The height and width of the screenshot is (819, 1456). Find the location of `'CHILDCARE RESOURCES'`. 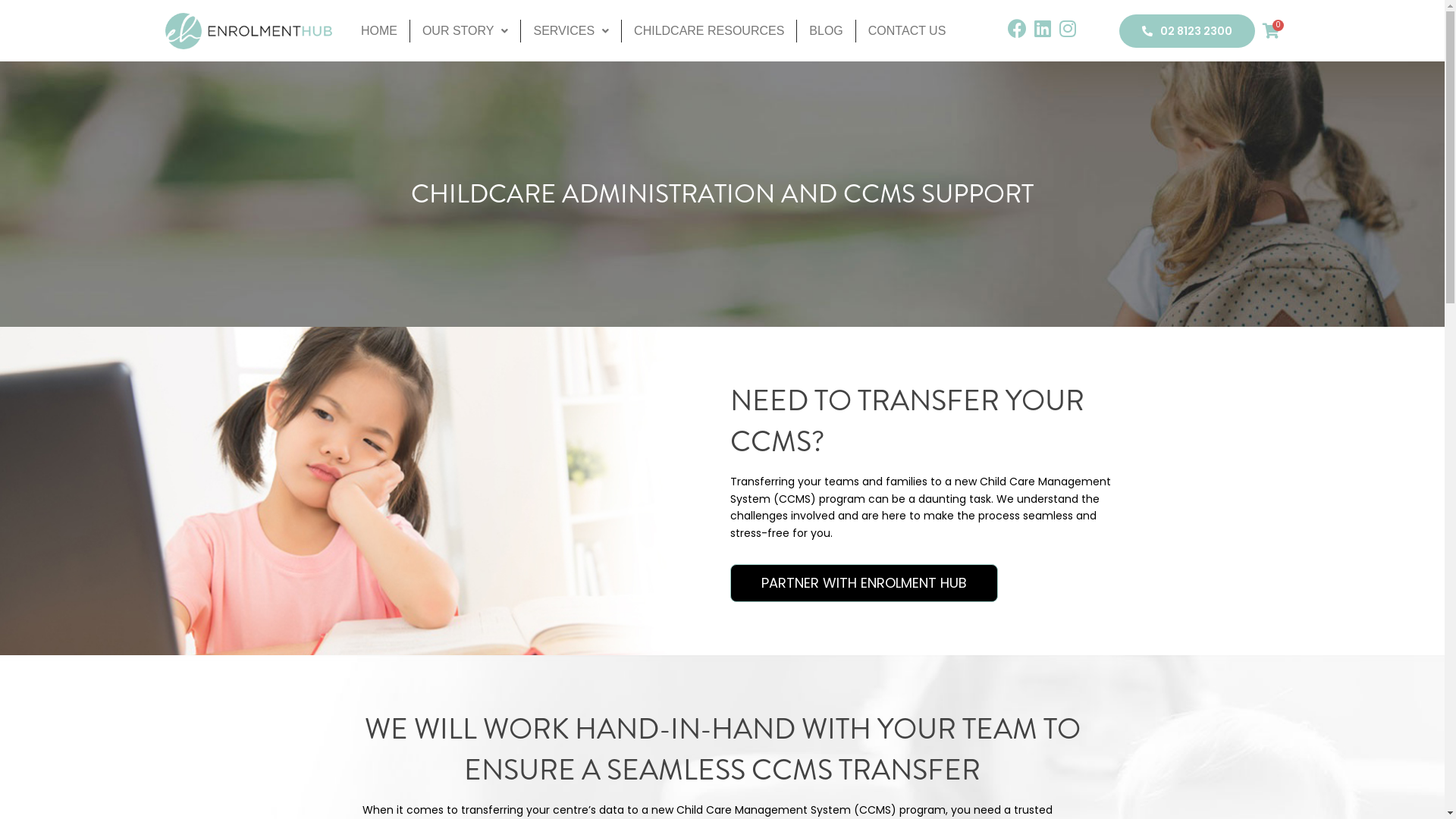

'CHILDCARE RESOURCES' is located at coordinates (708, 31).